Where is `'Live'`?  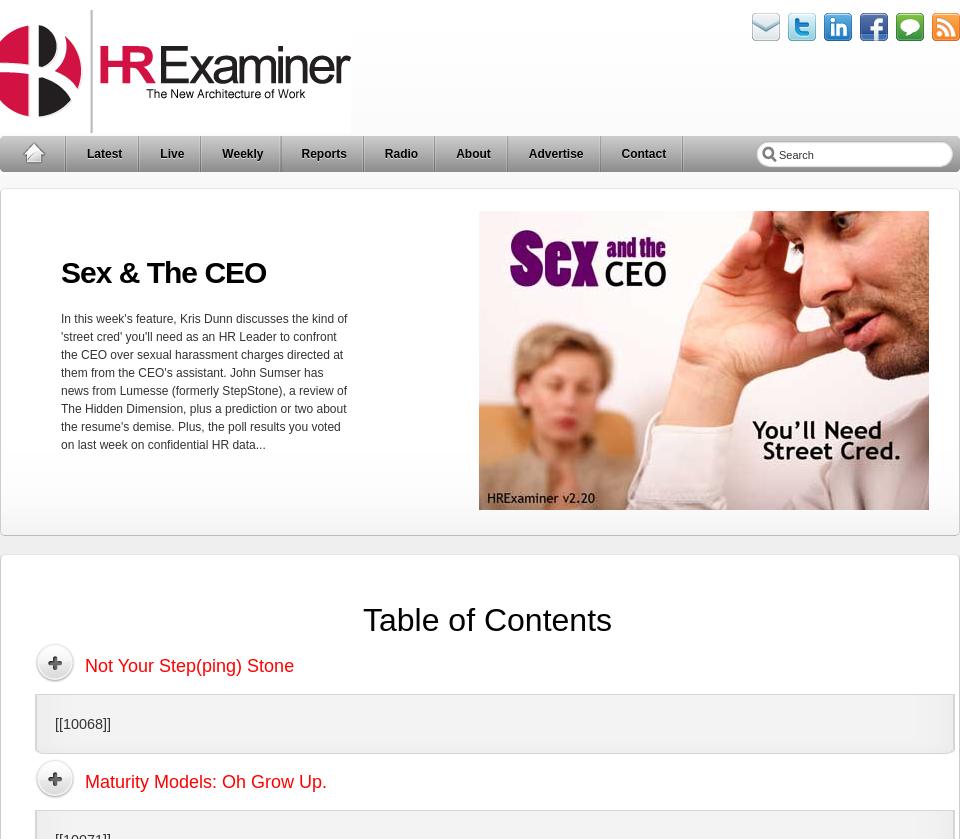 'Live' is located at coordinates (171, 154).